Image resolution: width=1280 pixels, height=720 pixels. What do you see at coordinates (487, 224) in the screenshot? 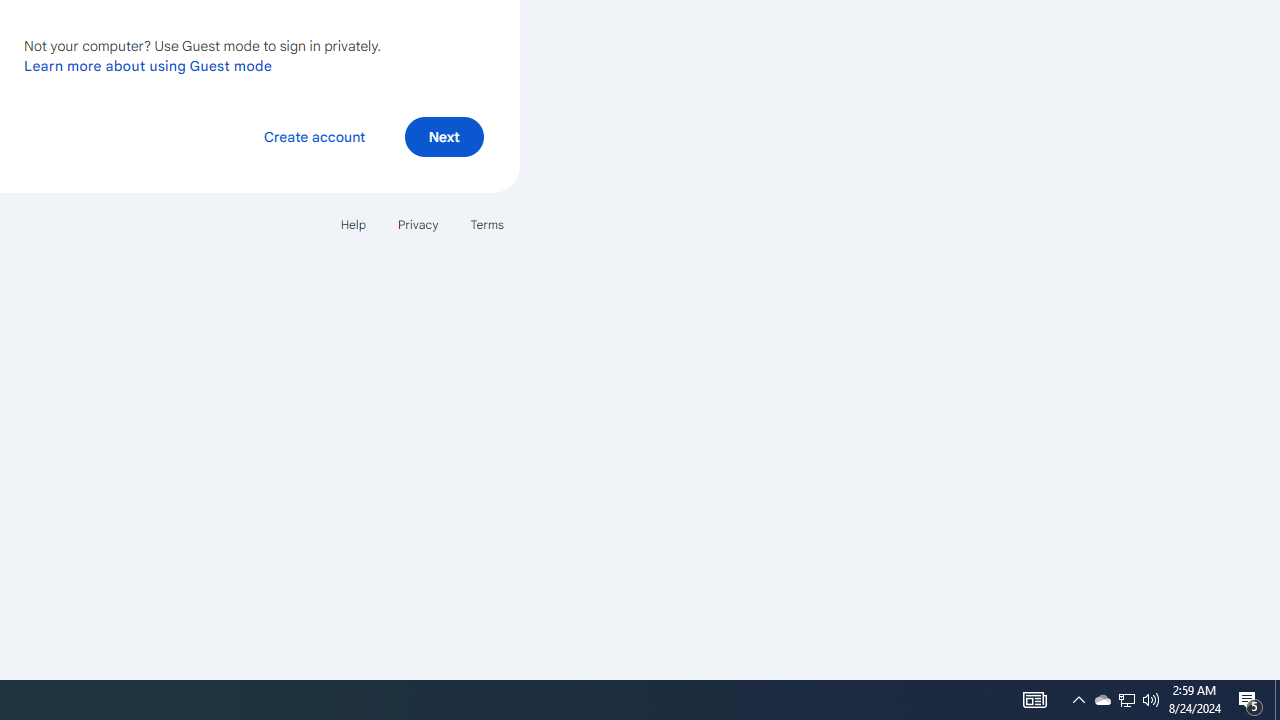
I see `'Terms'` at bounding box center [487, 224].